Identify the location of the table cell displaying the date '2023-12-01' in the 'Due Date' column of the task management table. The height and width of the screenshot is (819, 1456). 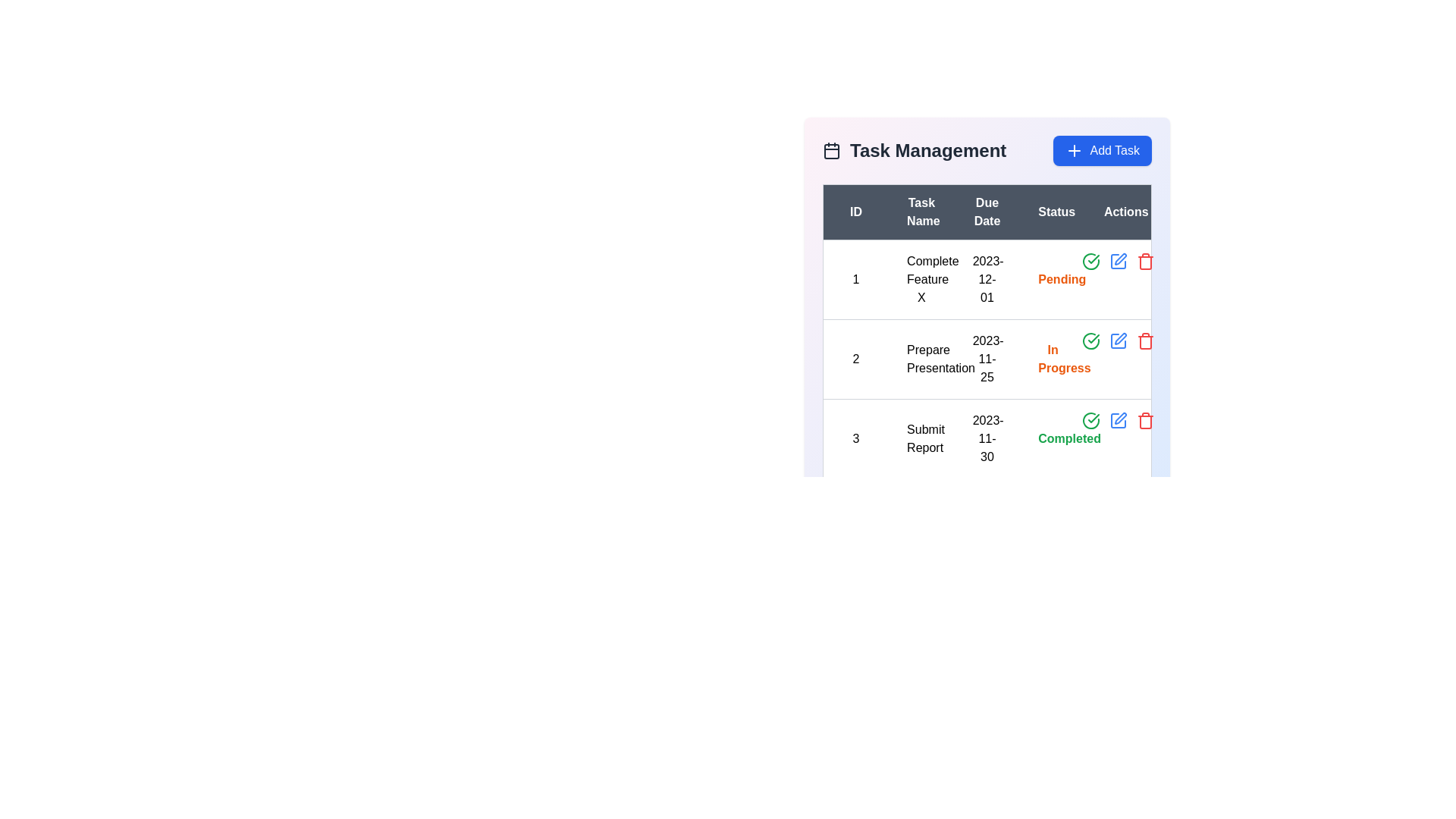
(987, 288).